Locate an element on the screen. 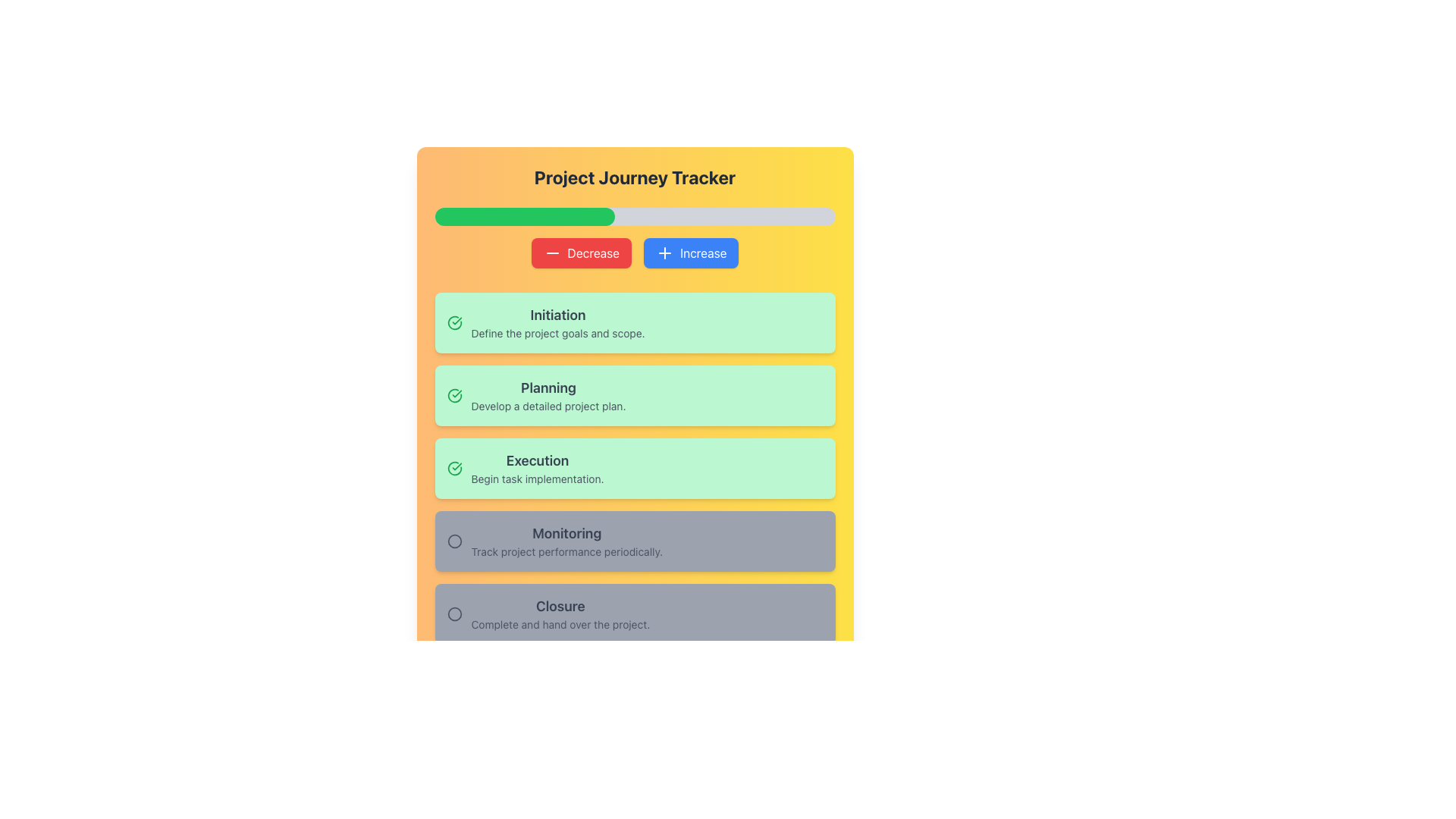 The image size is (1456, 819). the completion status icon for the 'Planning' phase in the project tracker, which is the second item in the list of project phases is located at coordinates (453, 394).